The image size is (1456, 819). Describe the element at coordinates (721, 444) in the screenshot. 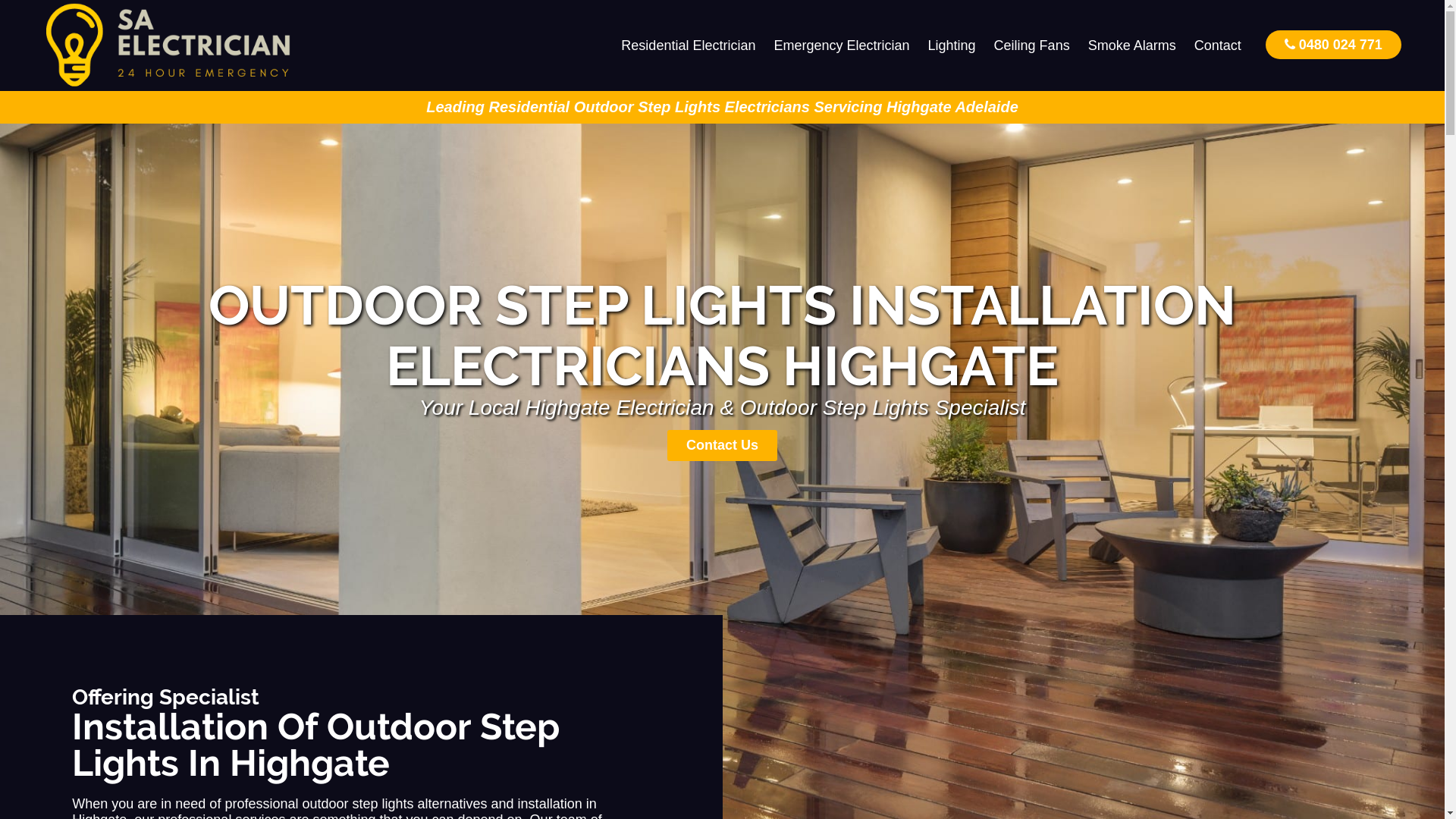

I see `'Contact Us'` at that location.